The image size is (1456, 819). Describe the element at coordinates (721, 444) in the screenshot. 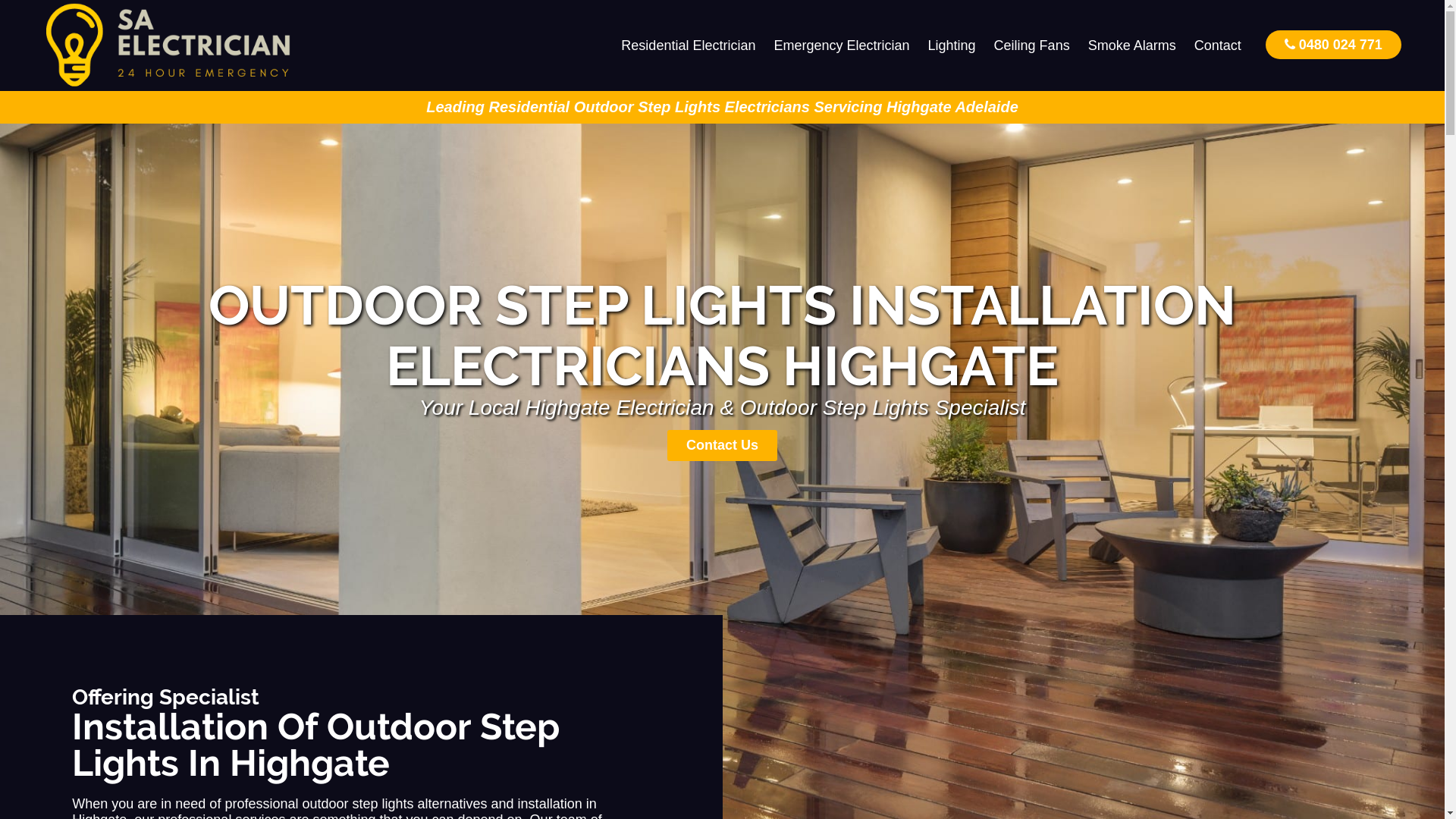

I see `'Contact Us'` at that location.